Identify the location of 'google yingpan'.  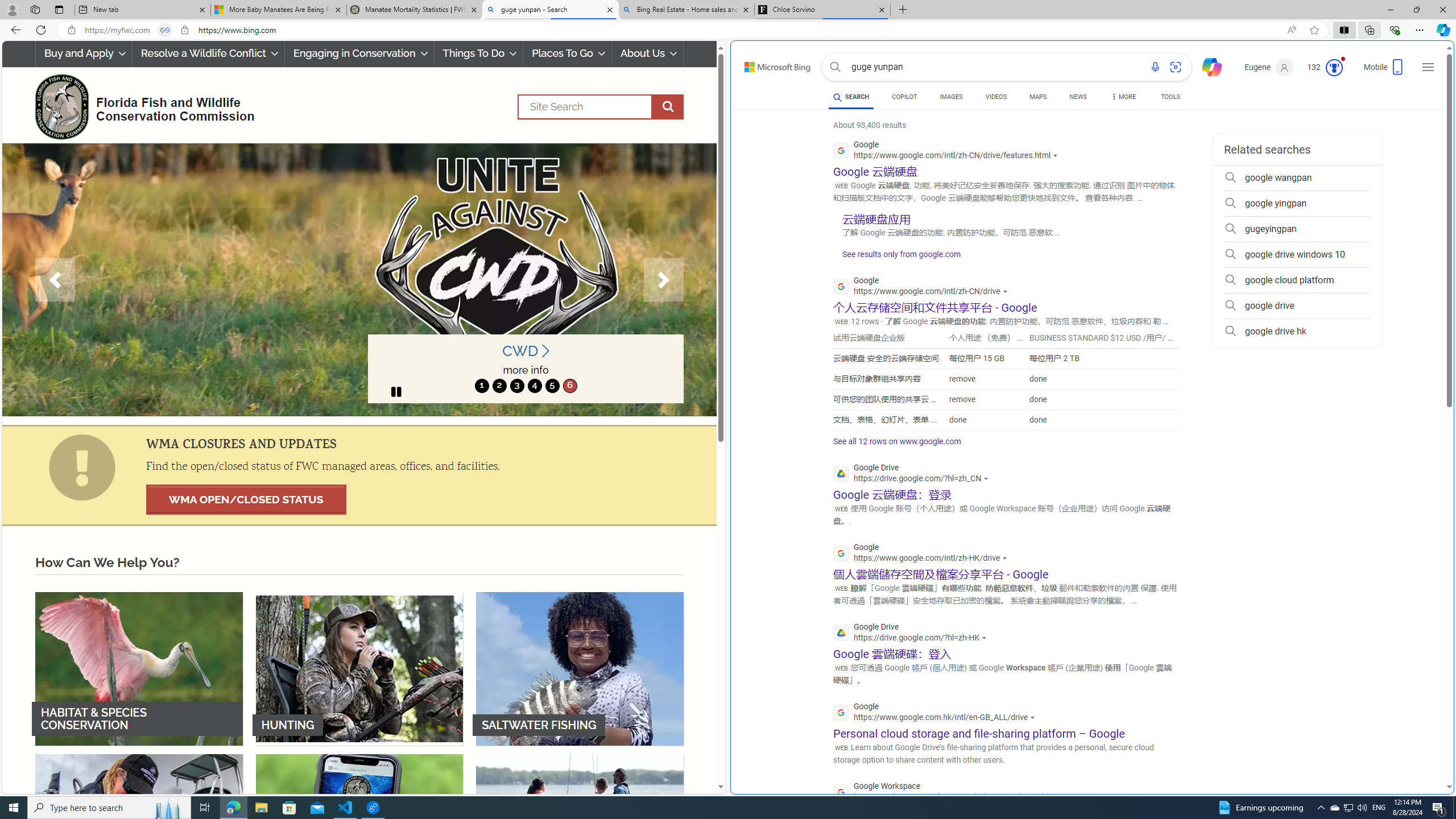
(1296, 202).